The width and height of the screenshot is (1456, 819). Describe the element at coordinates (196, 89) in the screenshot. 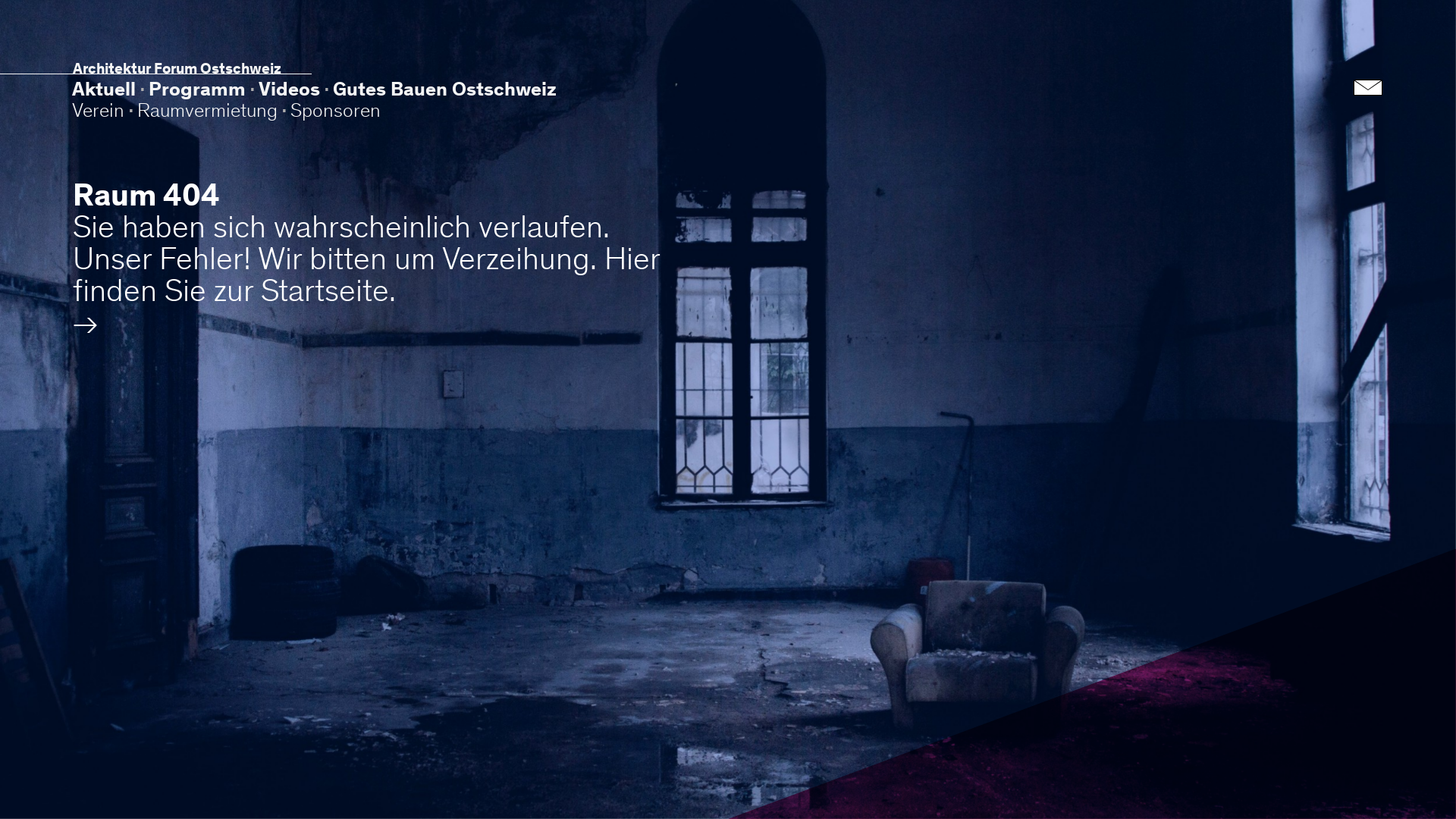

I see `'Programm'` at that location.